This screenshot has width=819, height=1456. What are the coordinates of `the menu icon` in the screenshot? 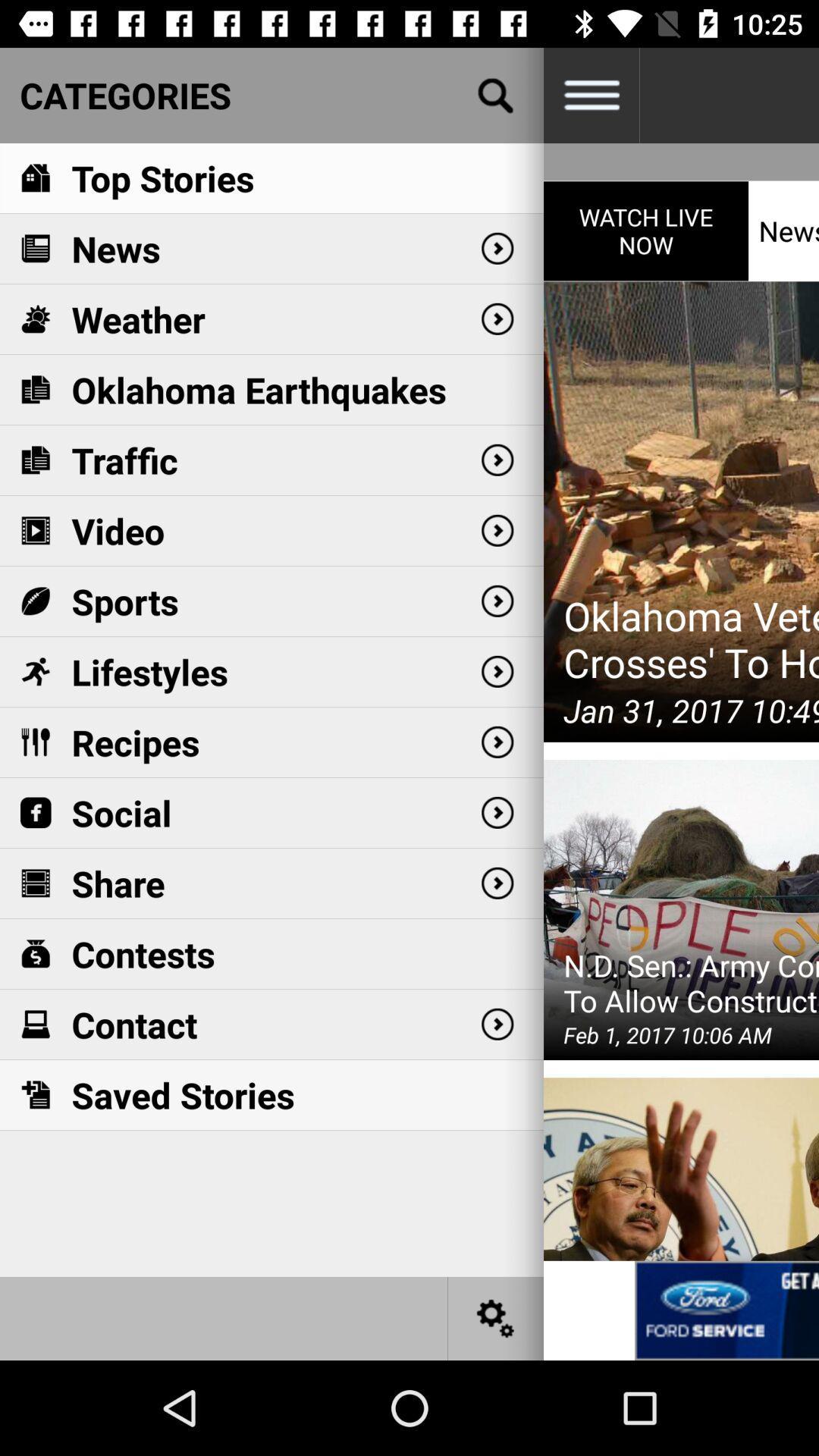 It's located at (590, 94).